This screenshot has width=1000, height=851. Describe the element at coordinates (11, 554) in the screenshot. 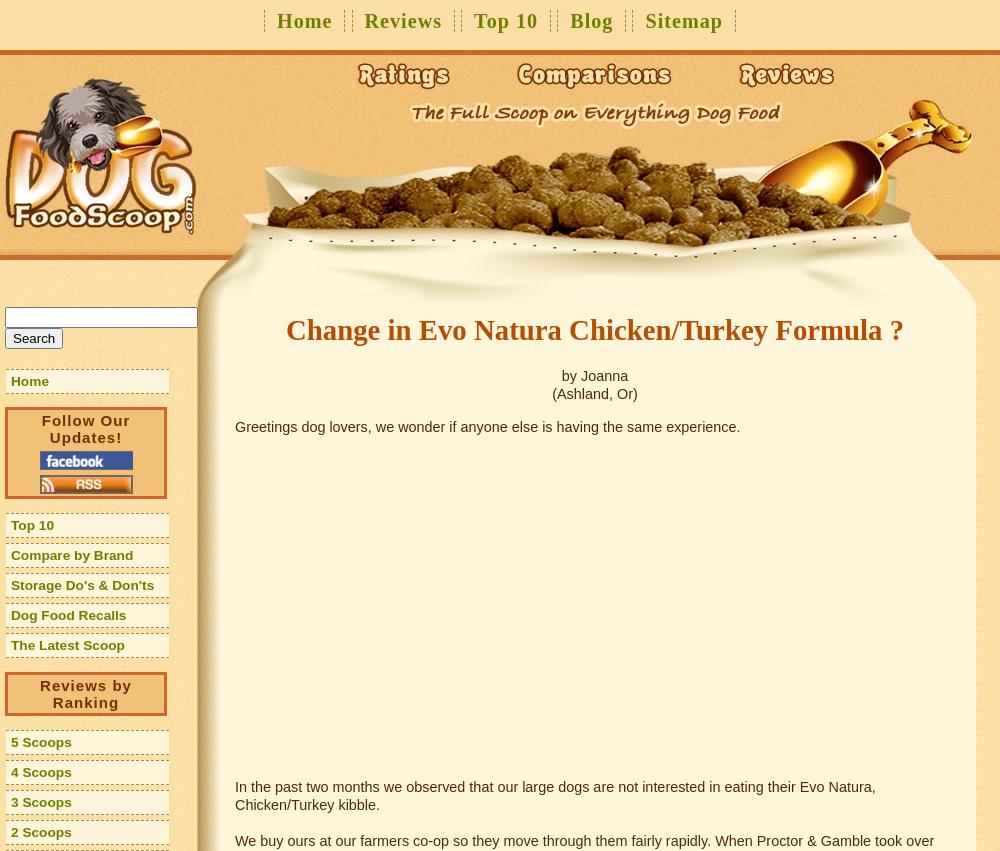

I see `'Compare by Brand'` at that location.